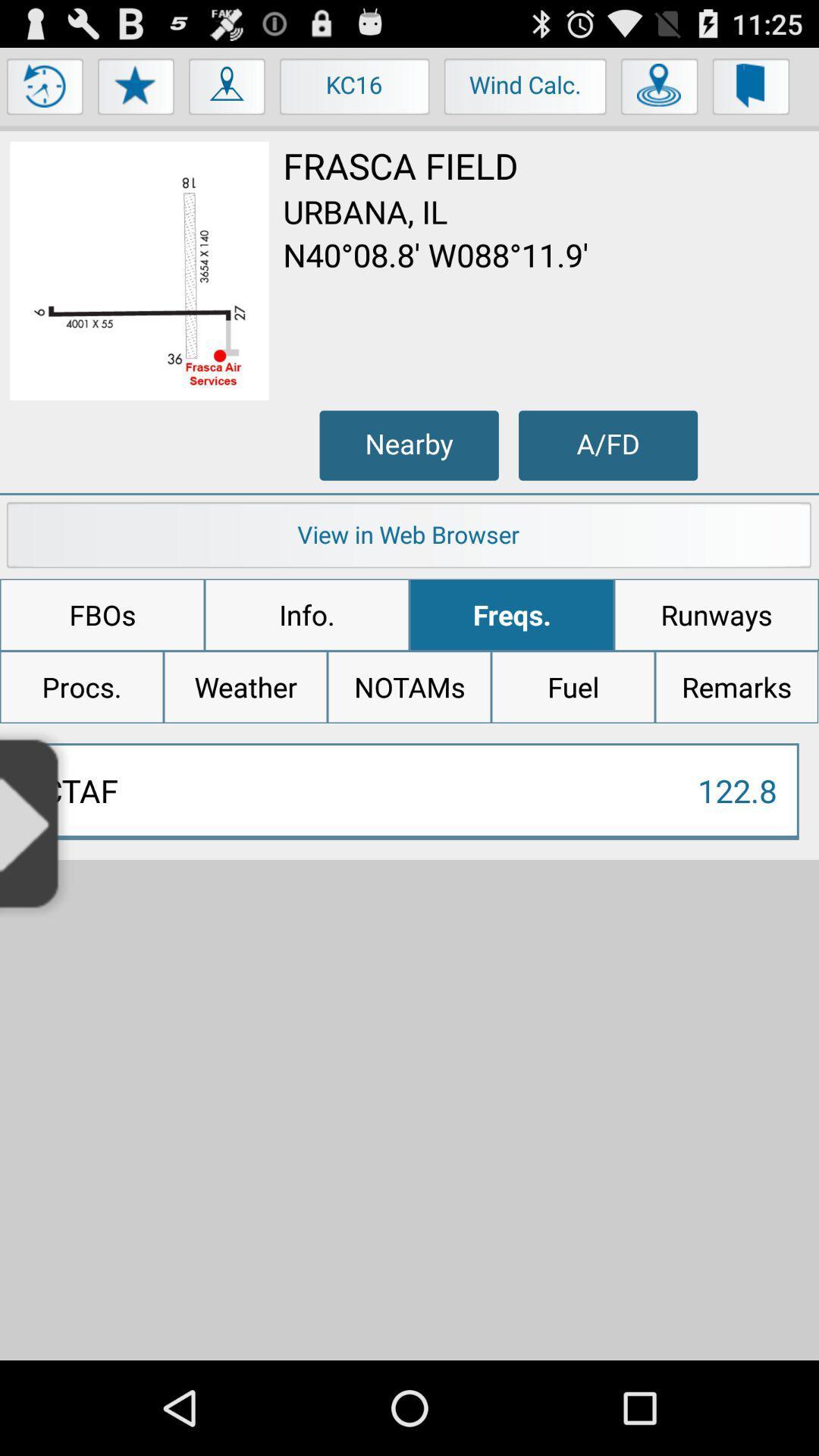 This screenshot has height=1456, width=819. What do you see at coordinates (752, 89) in the screenshot?
I see `folder file` at bounding box center [752, 89].